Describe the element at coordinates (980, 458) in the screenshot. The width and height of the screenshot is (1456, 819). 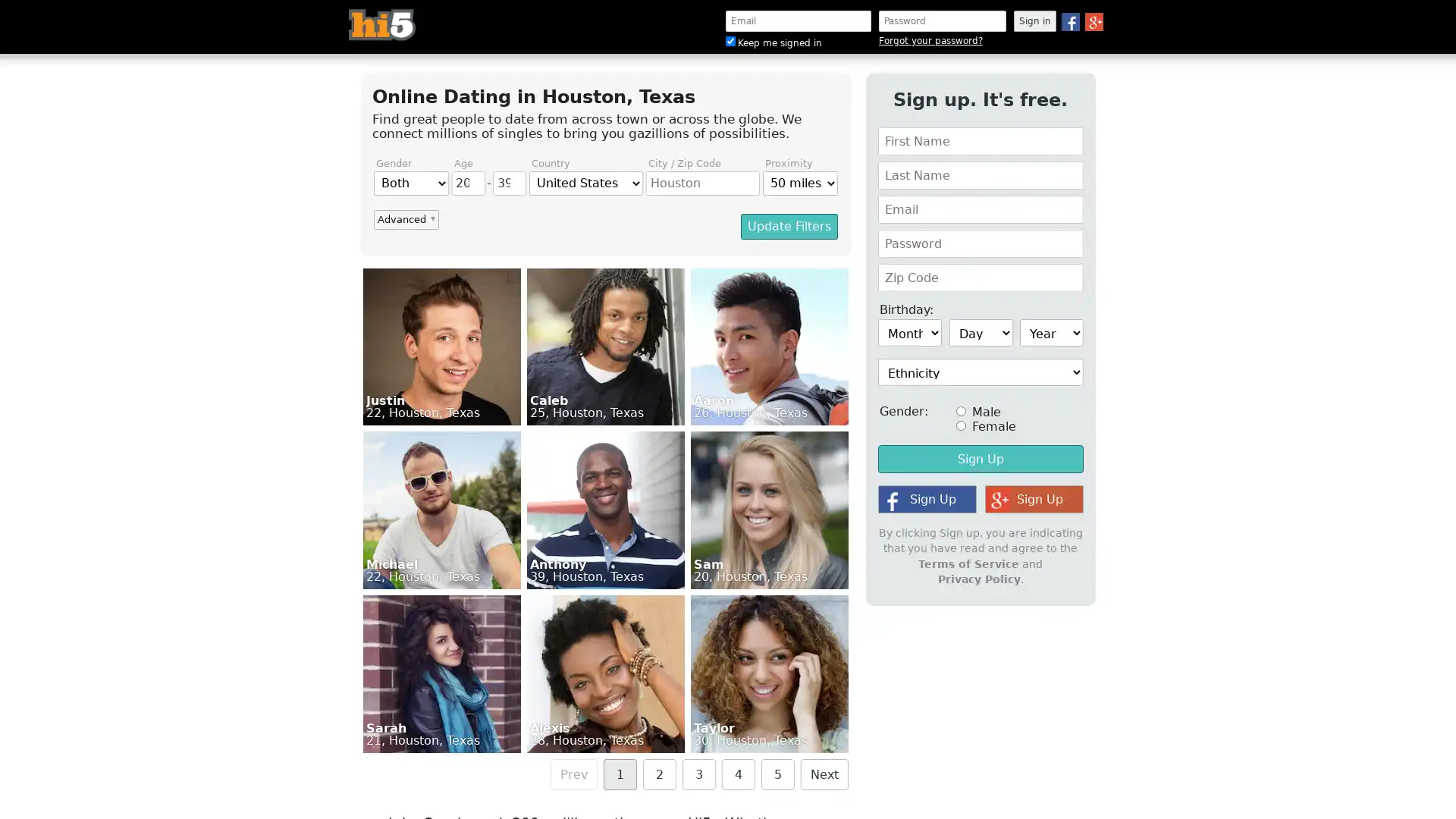
I see `Sign Up` at that location.